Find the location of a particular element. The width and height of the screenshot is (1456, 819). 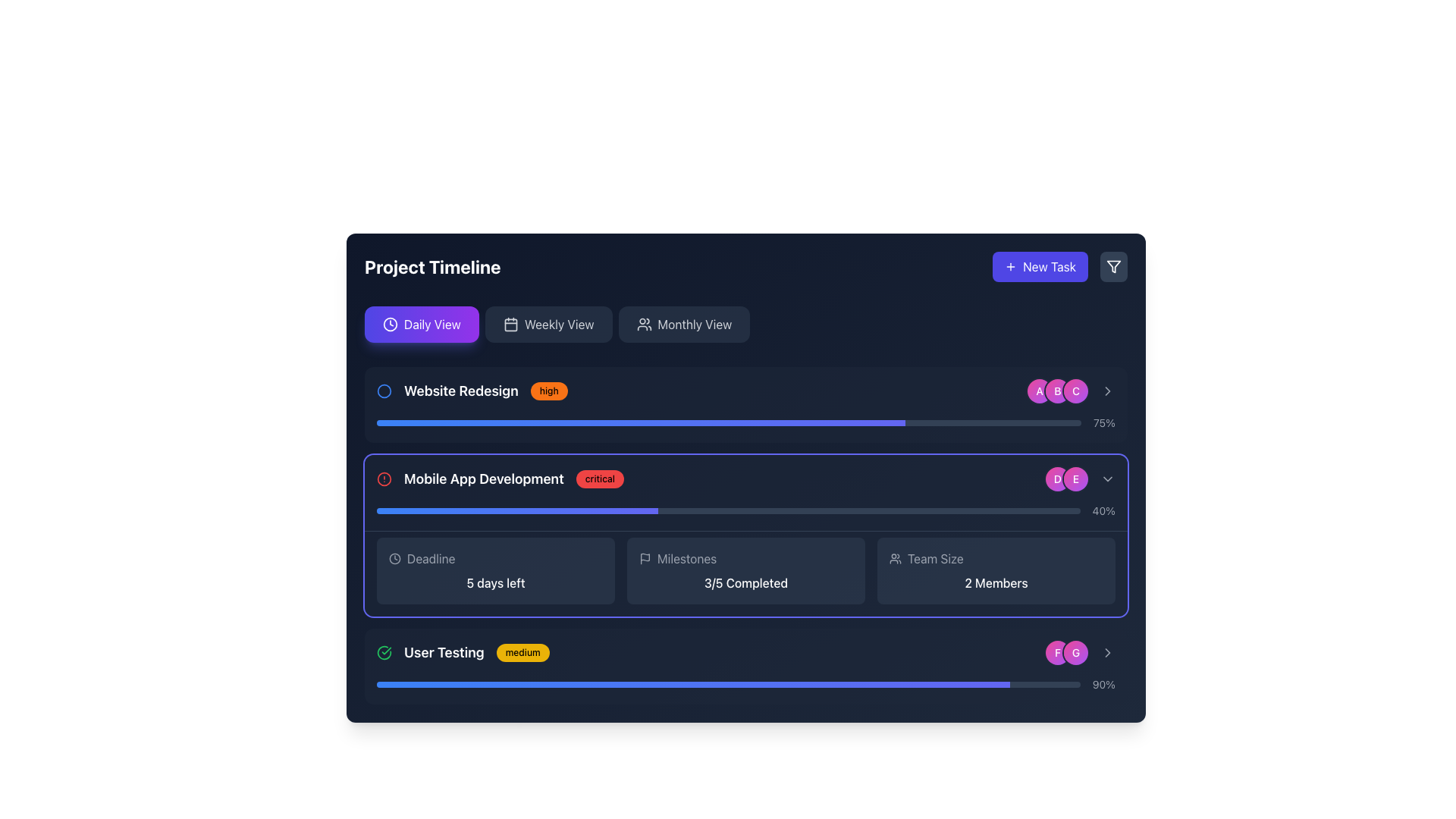

the alert icon located to the left of the 'Mobile App Development' text in the project timeline interface, which is visually indicating the critical status of the associated task is located at coordinates (384, 479).